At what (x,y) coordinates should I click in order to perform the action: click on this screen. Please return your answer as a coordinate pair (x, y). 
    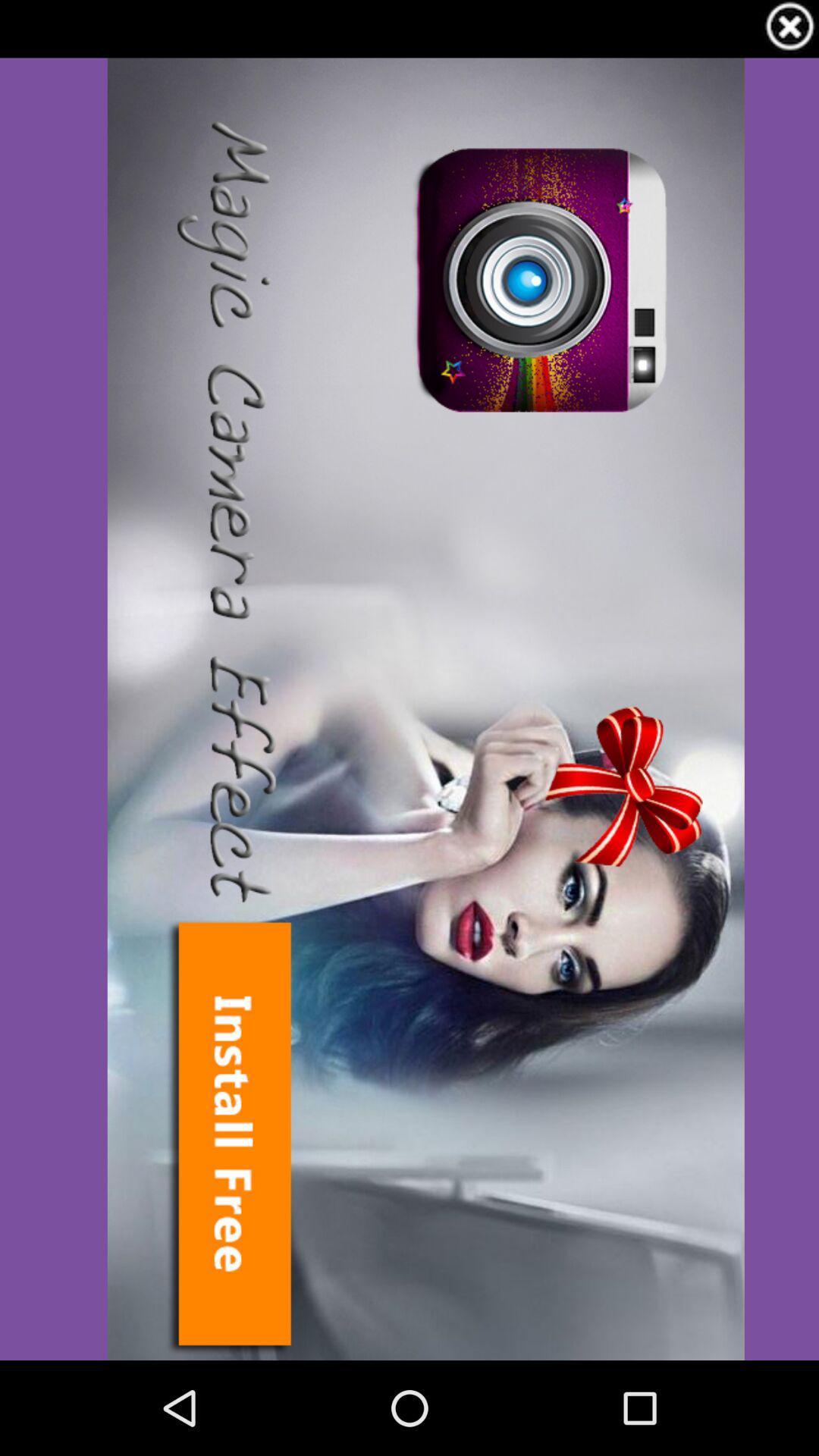
    Looking at the image, I should click on (789, 29).